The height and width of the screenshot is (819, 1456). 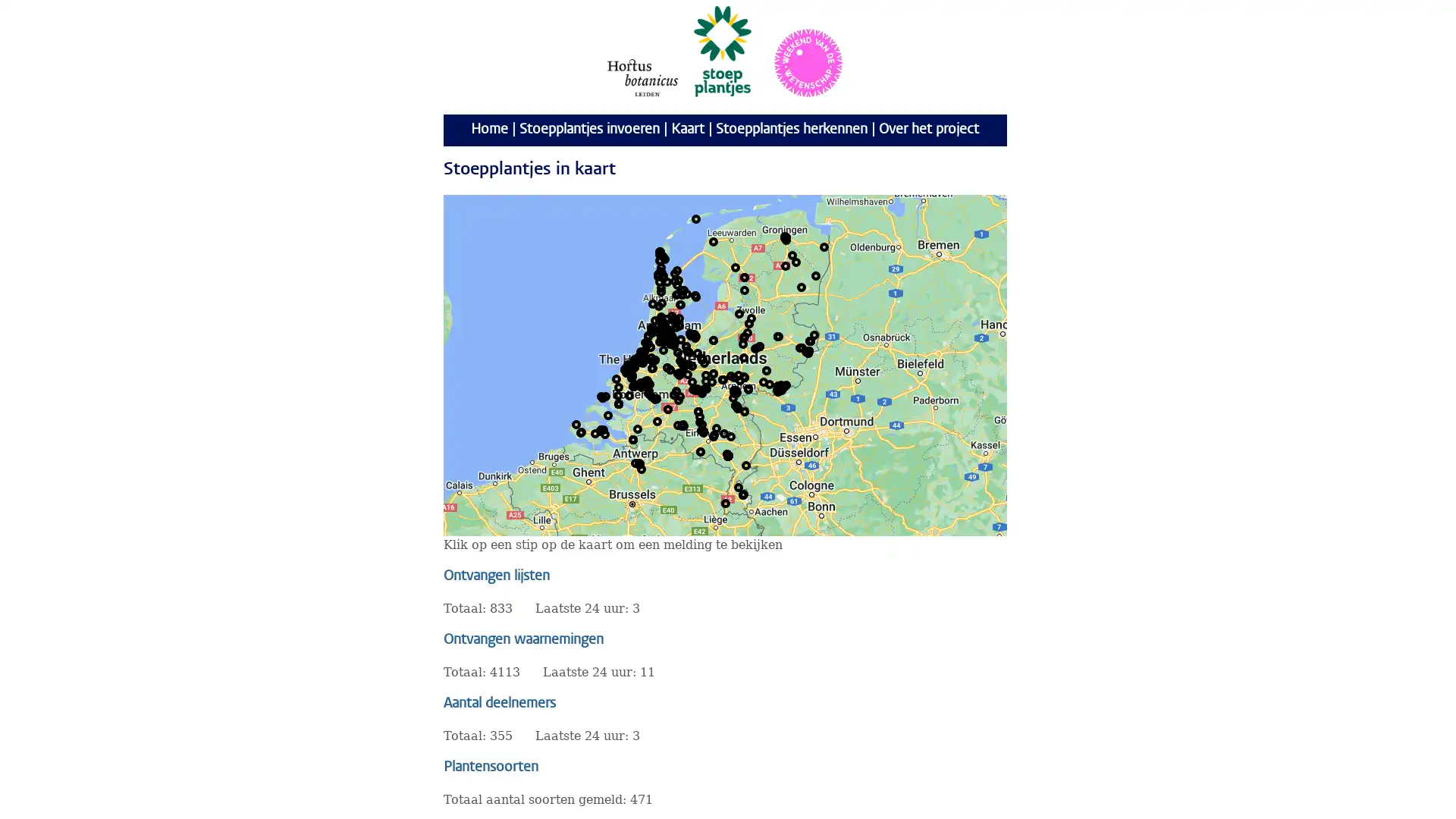 I want to click on Telling van Pom op 08 mei 2022, so click(x=660, y=259).